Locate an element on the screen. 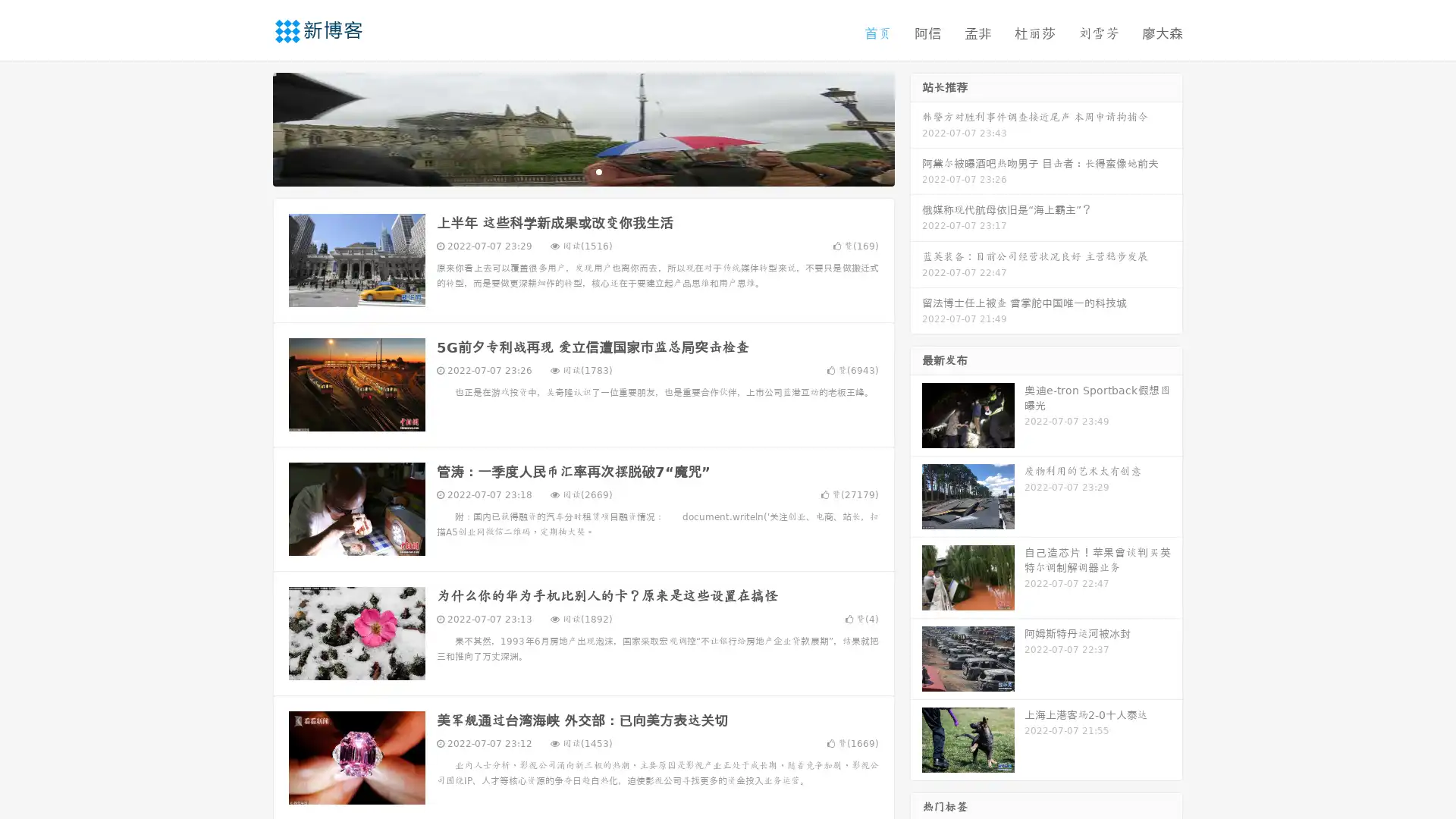 The height and width of the screenshot is (819, 1456). Go to slide 2 is located at coordinates (582, 171).